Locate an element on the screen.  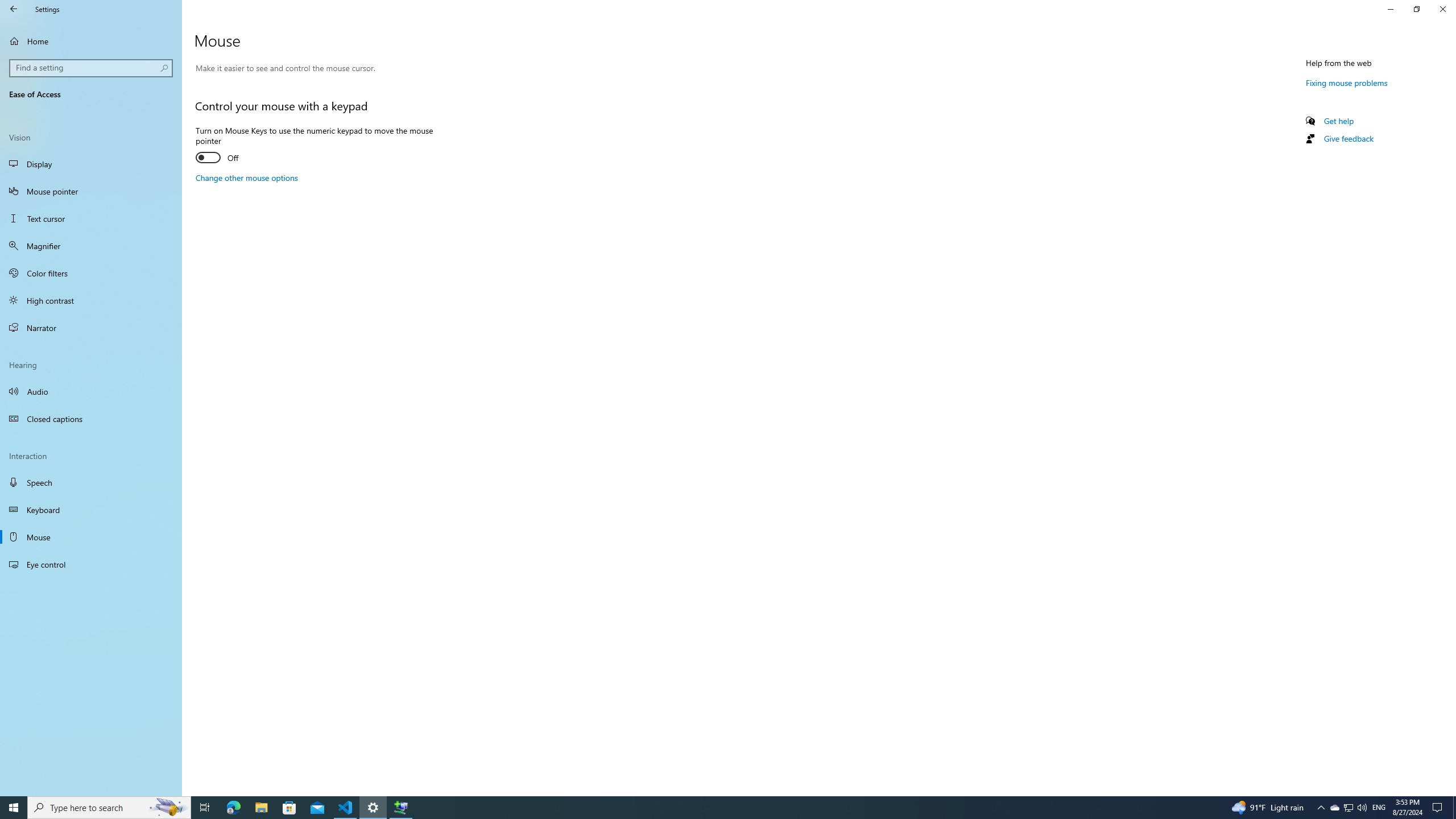
'Mouse' is located at coordinates (90, 536).